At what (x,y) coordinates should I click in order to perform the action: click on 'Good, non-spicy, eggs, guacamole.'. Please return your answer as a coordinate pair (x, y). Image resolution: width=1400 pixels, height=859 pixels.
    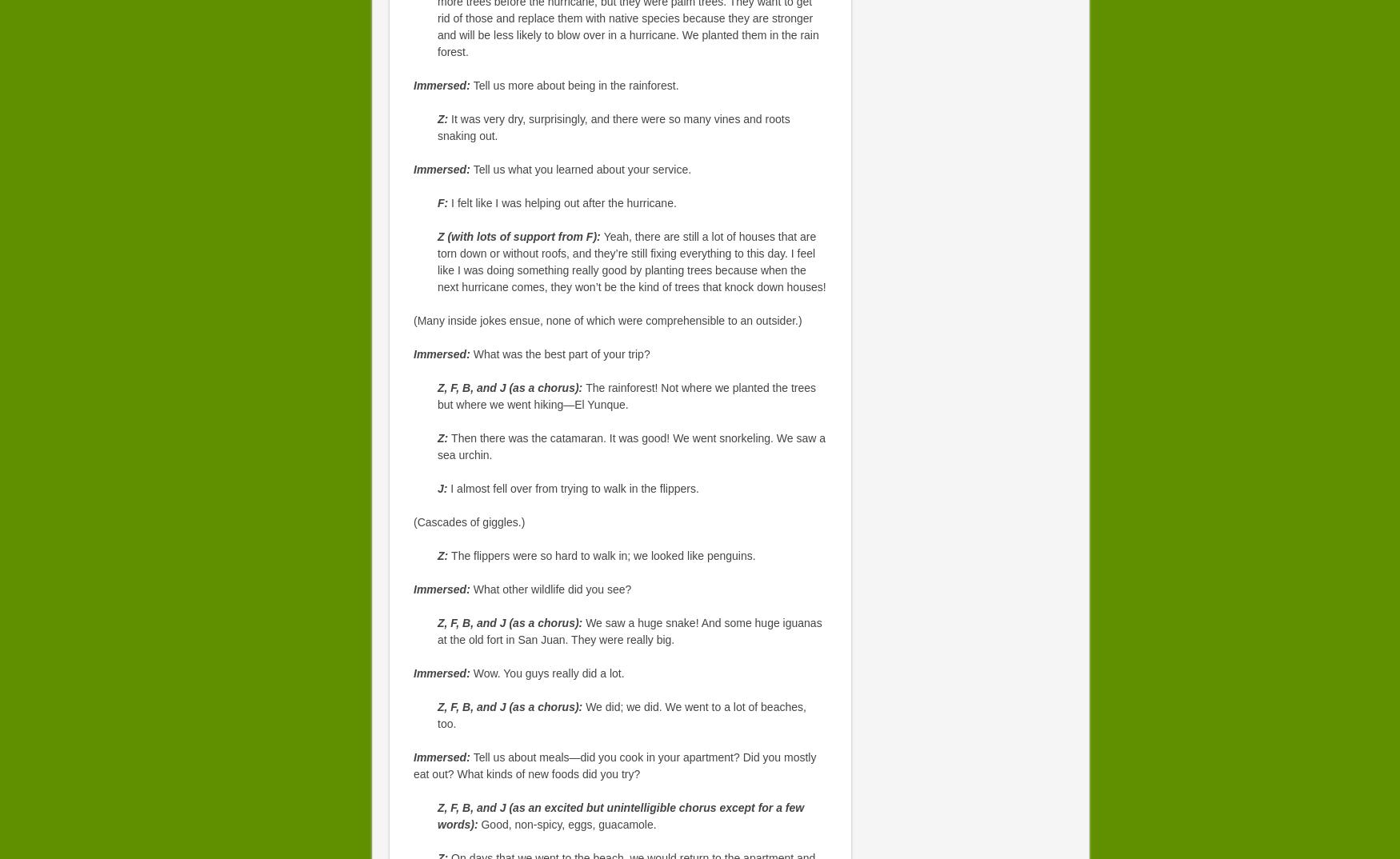
    Looking at the image, I should click on (568, 825).